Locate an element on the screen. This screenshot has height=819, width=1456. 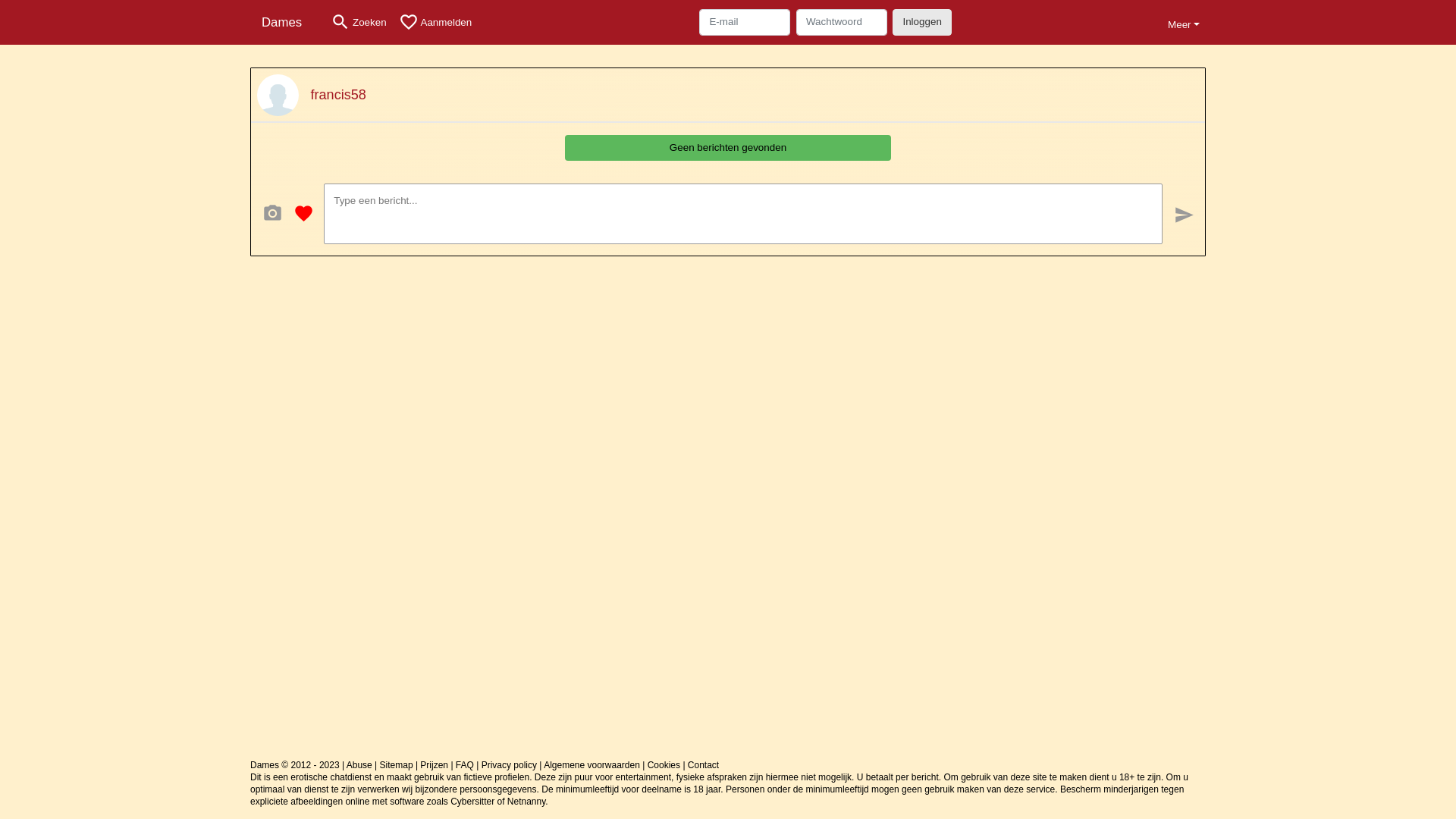
'francis58' is located at coordinates (337, 92).